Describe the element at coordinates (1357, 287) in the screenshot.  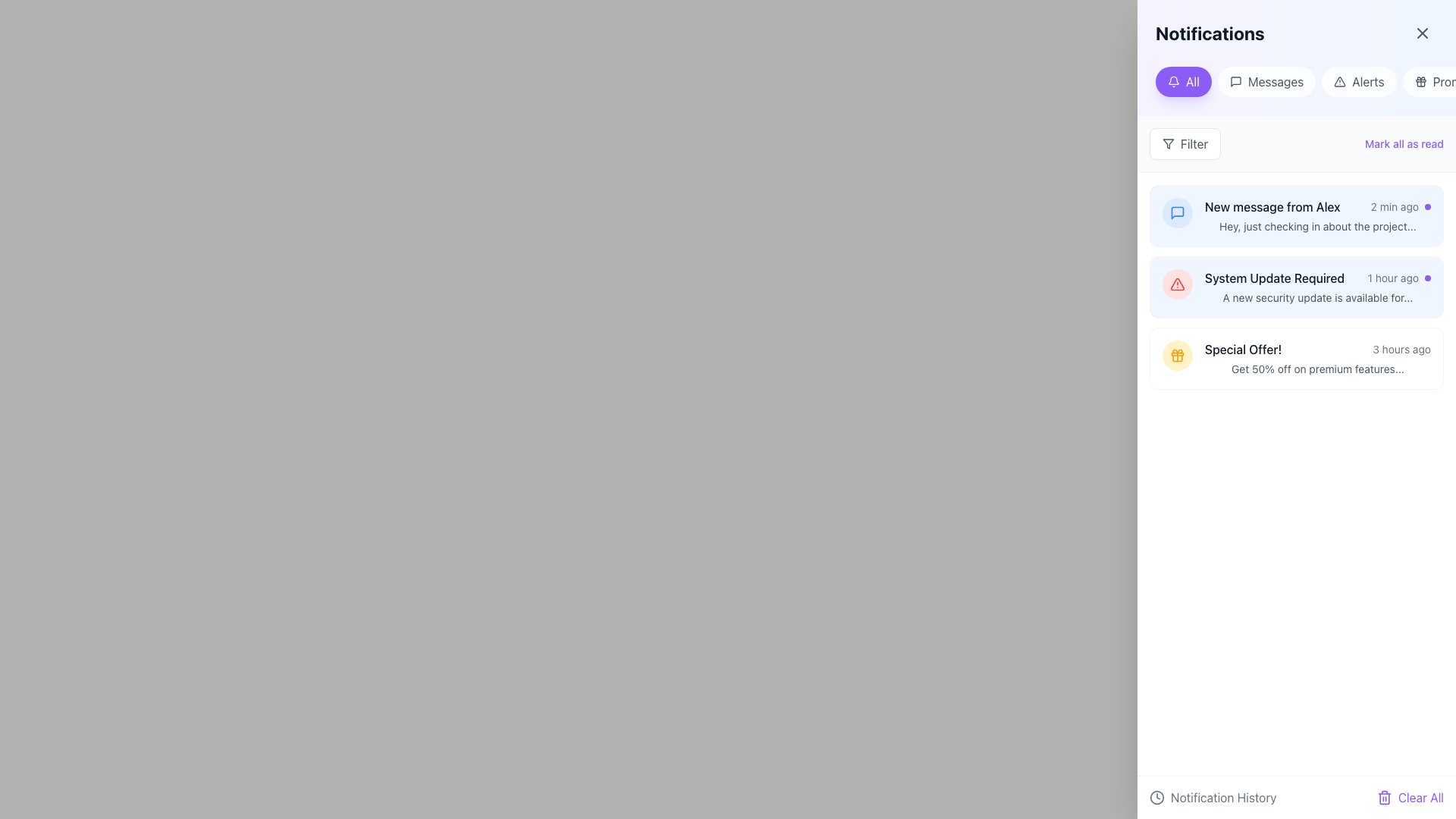
I see `the archive button located in the top-right of the 'System Update Required' notification card` at that location.